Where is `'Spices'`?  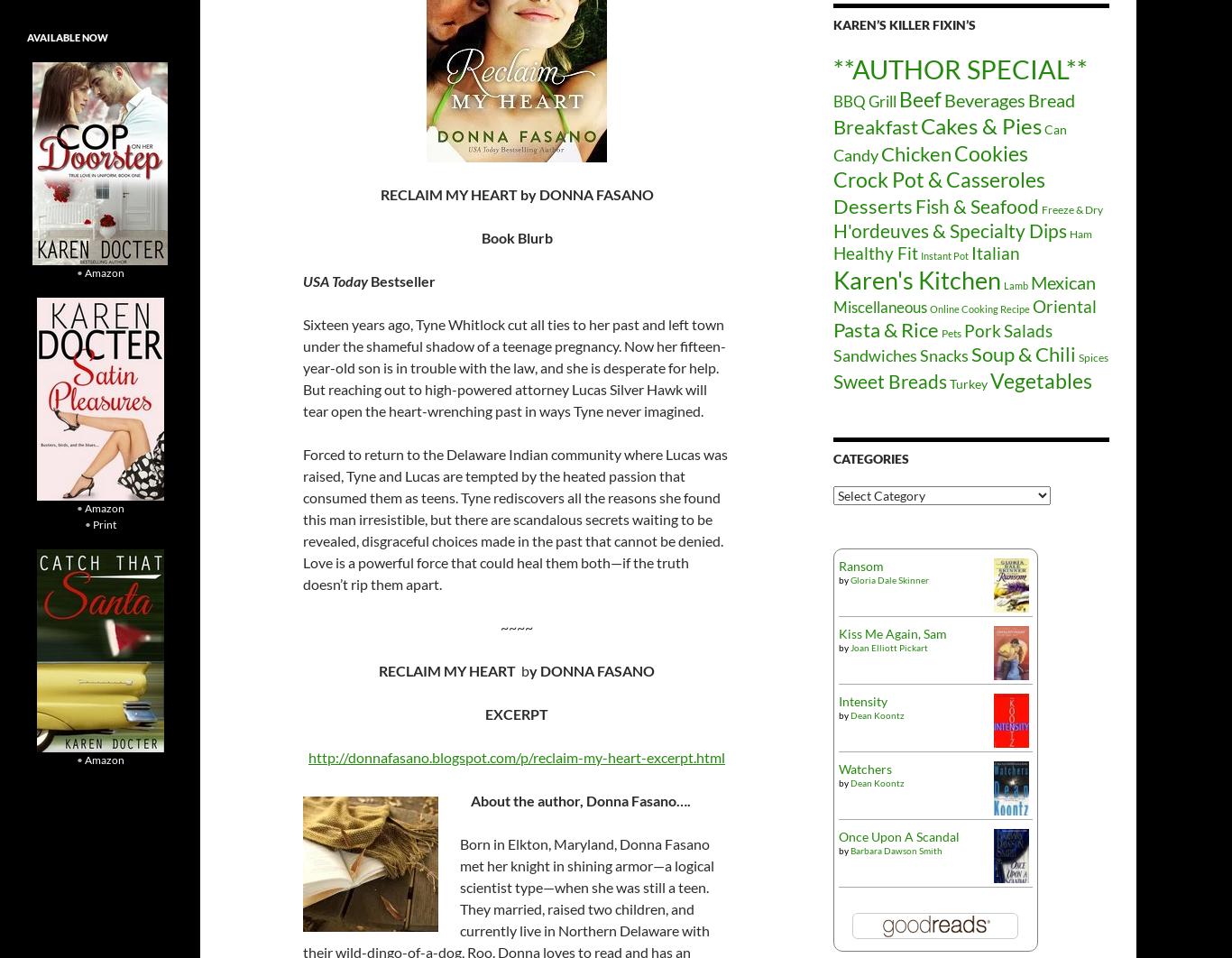 'Spices' is located at coordinates (1078, 356).